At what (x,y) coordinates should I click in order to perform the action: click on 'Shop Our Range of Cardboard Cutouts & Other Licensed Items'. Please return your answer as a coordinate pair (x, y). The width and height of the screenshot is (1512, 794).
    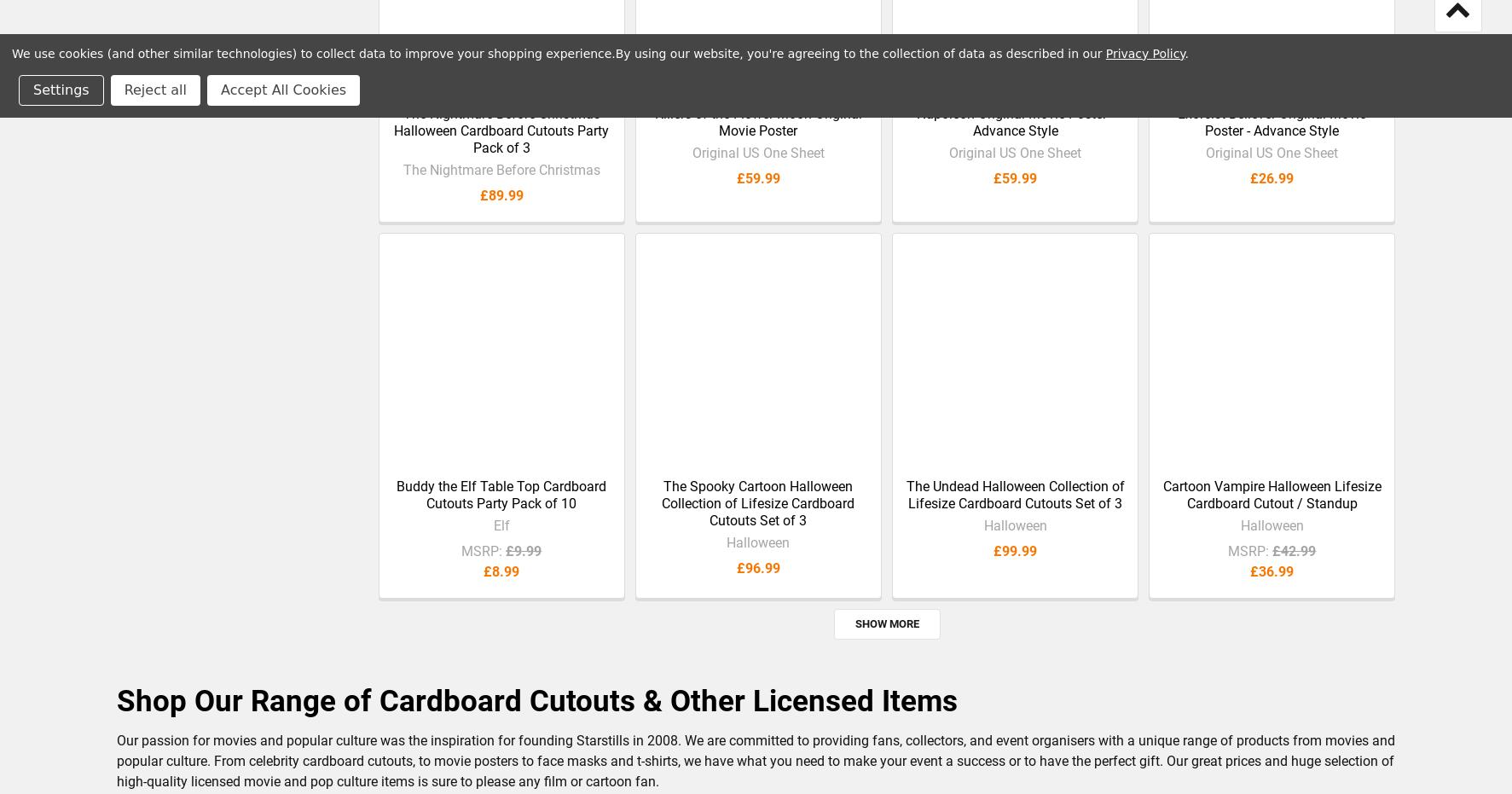
    Looking at the image, I should click on (536, 714).